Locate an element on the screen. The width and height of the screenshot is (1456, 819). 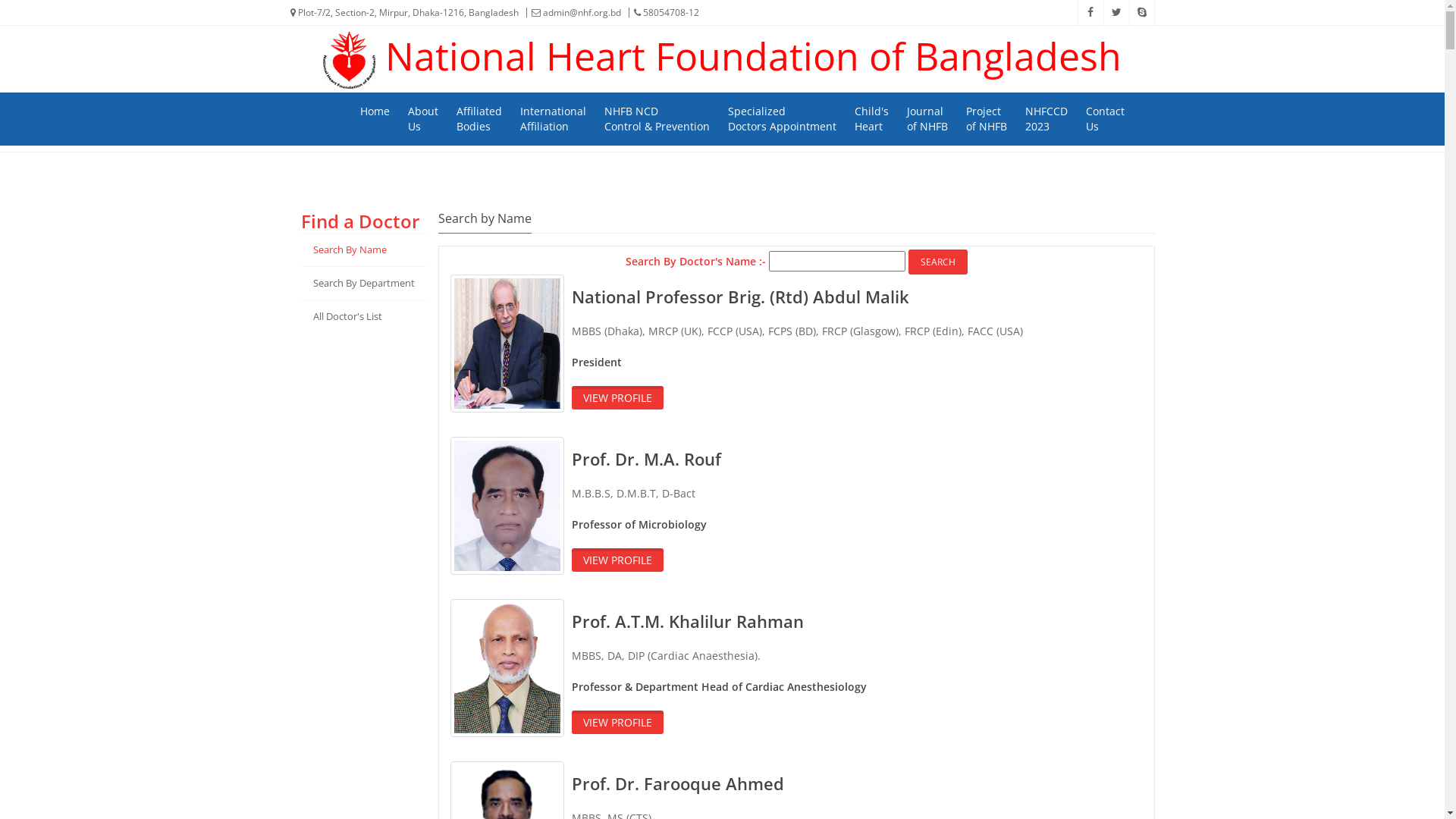
'Affiliated is located at coordinates (443, 118).